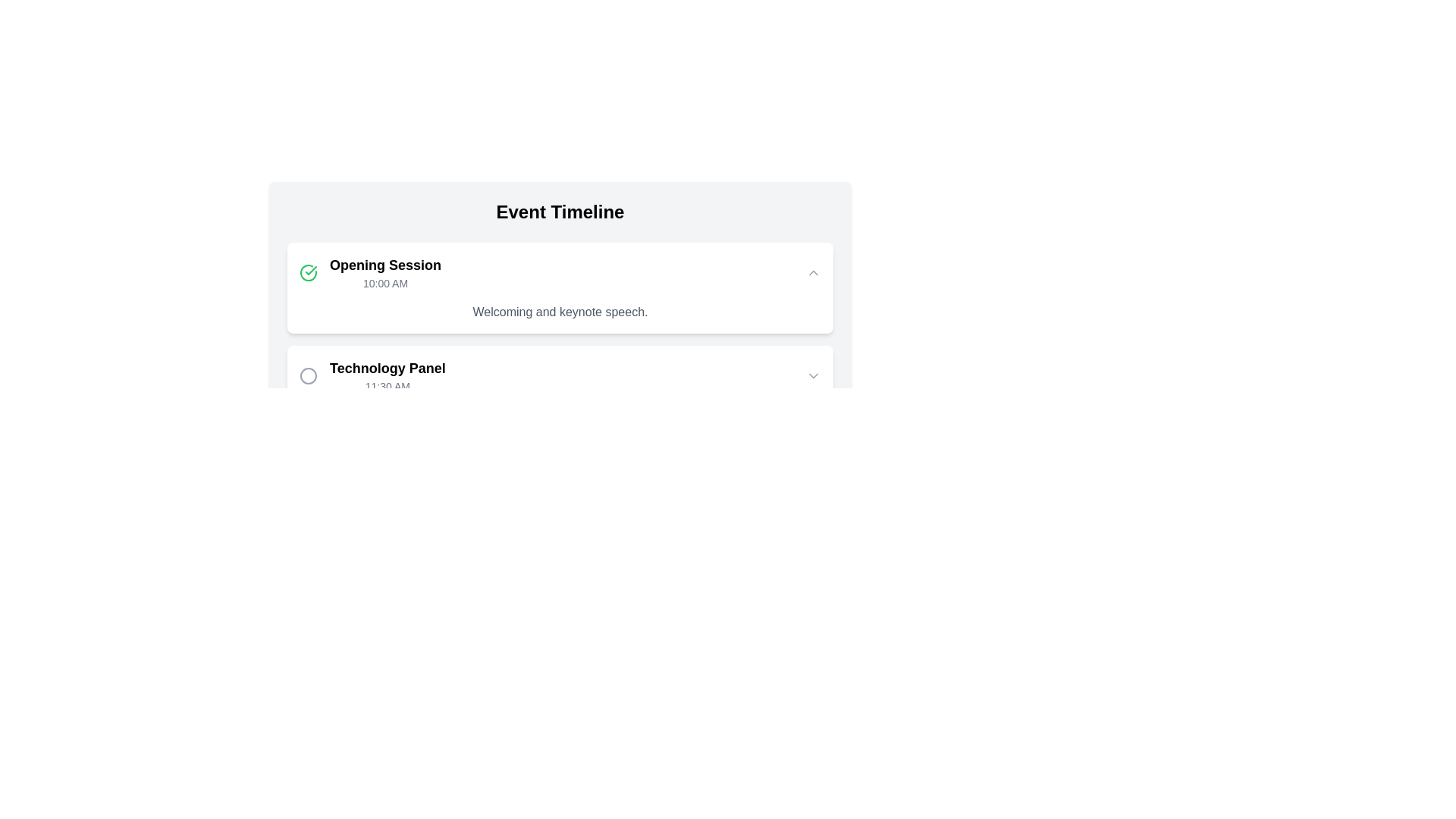 Image resolution: width=1456 pixels, height=819 pixels. Describe the element at coordinates (813, 375) in the screenshot. I see `the small gray downward-facing chevron icon located at the right end of the 'Technology Panel' entry` at that location.